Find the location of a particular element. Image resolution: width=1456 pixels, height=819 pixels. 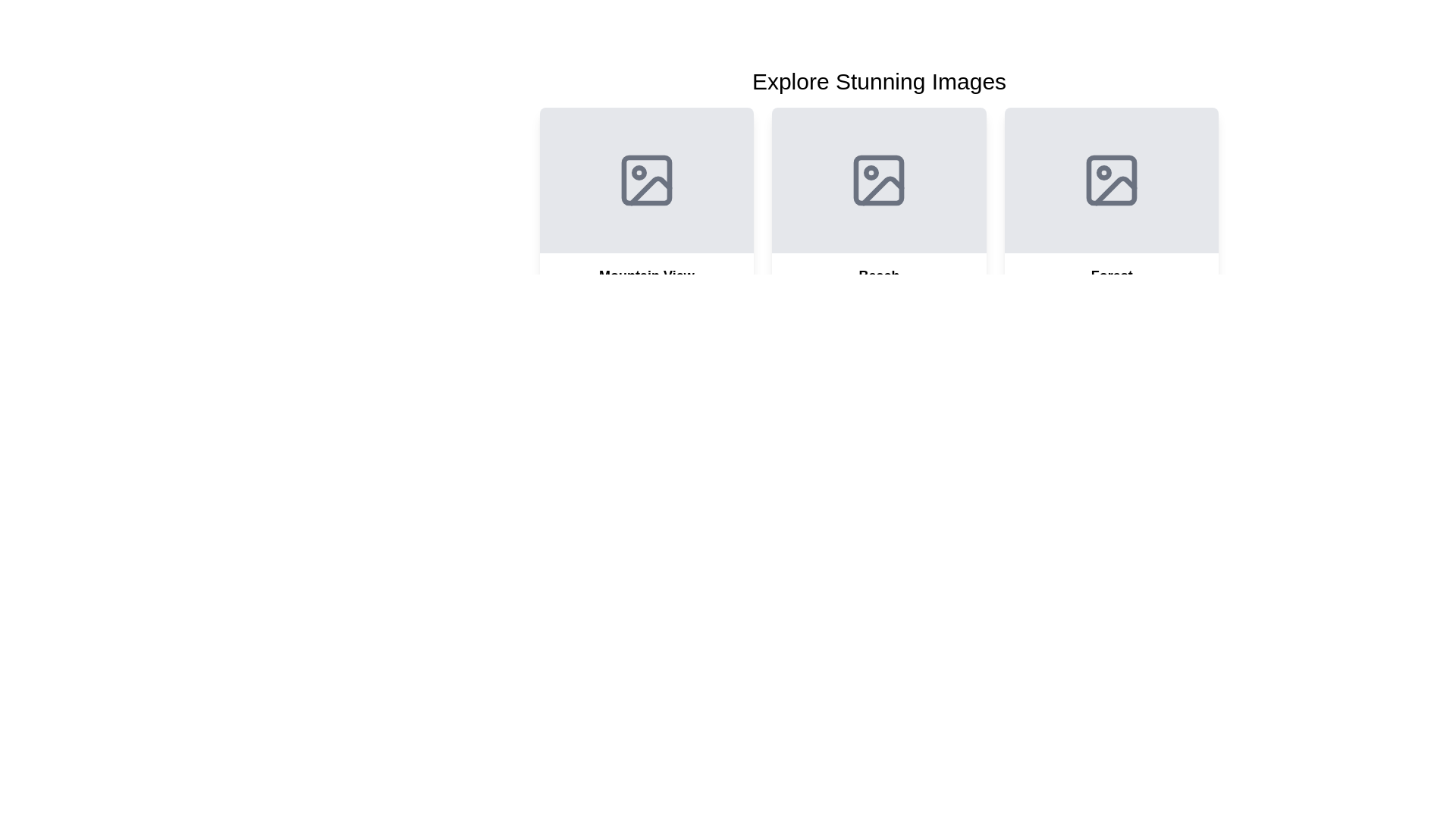

the background square element in the 'Forest' icon located in the third column of image cards is located at coordinates (1112, 180).